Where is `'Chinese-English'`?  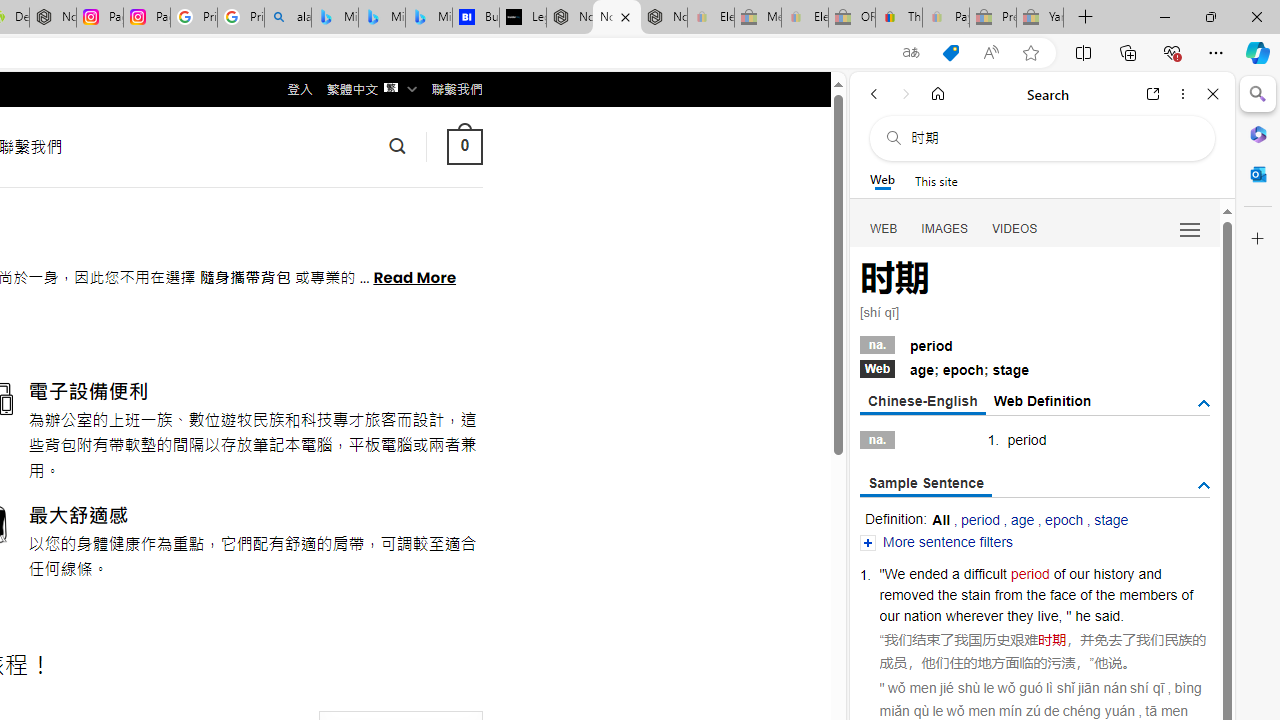
'Chinese-English' is located at coordinates (921, 402).